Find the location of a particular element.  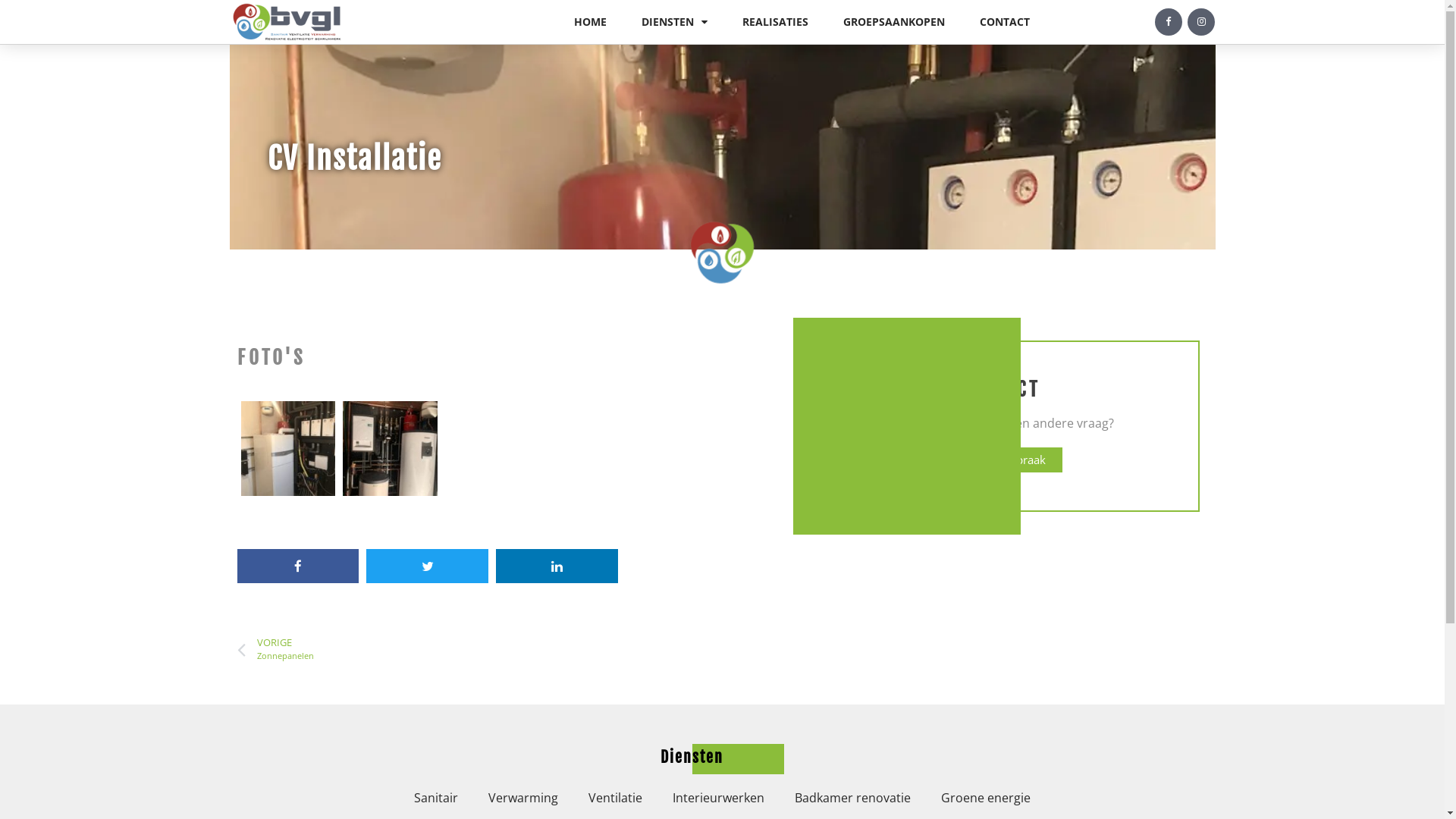

'CONTACT' is located at coordinates (1004, 22).